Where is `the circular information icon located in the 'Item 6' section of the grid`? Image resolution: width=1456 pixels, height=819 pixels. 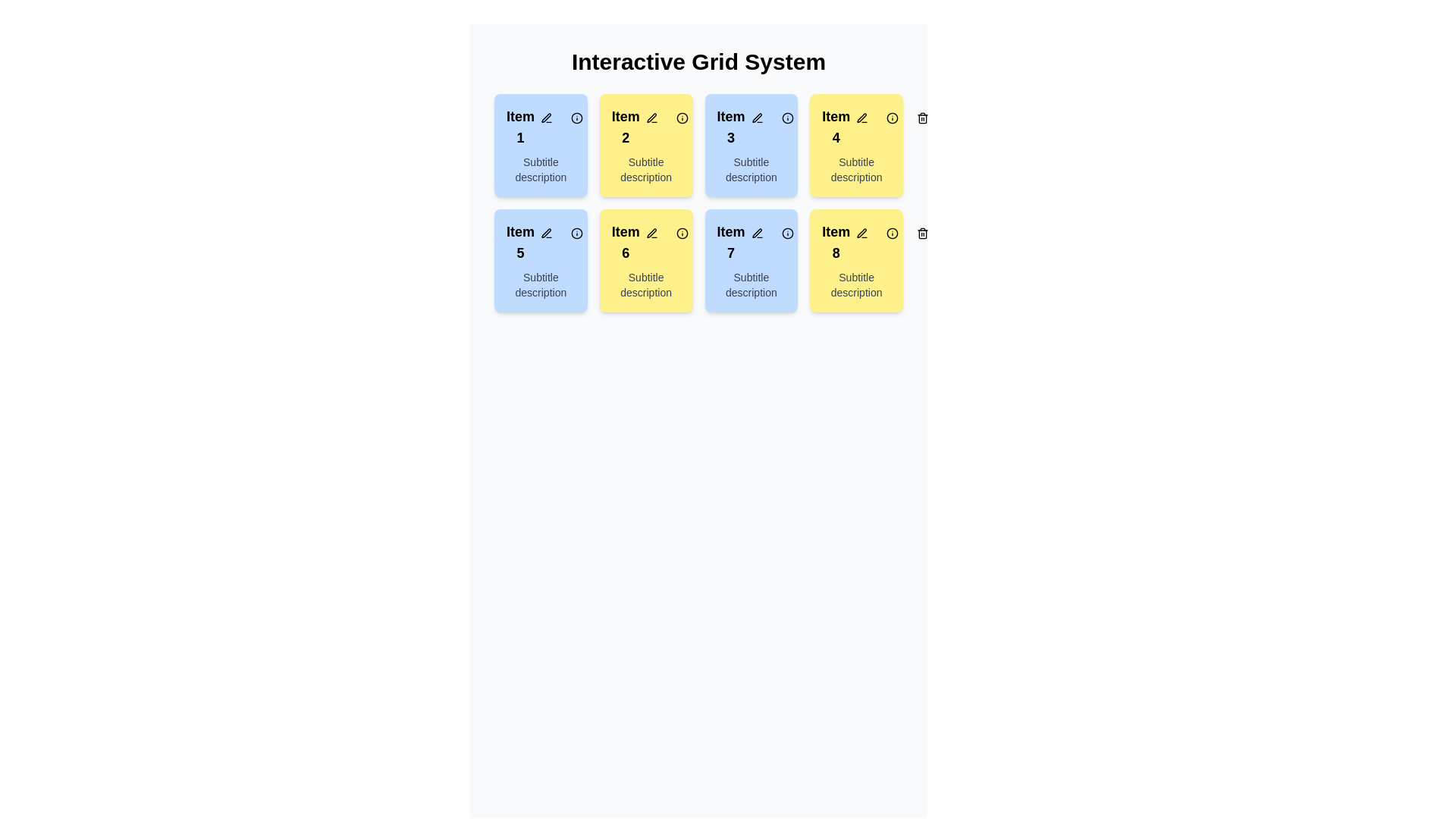 the circular information icon located in the 'Item 6' section of the grid is located at coordinates (681, 234).